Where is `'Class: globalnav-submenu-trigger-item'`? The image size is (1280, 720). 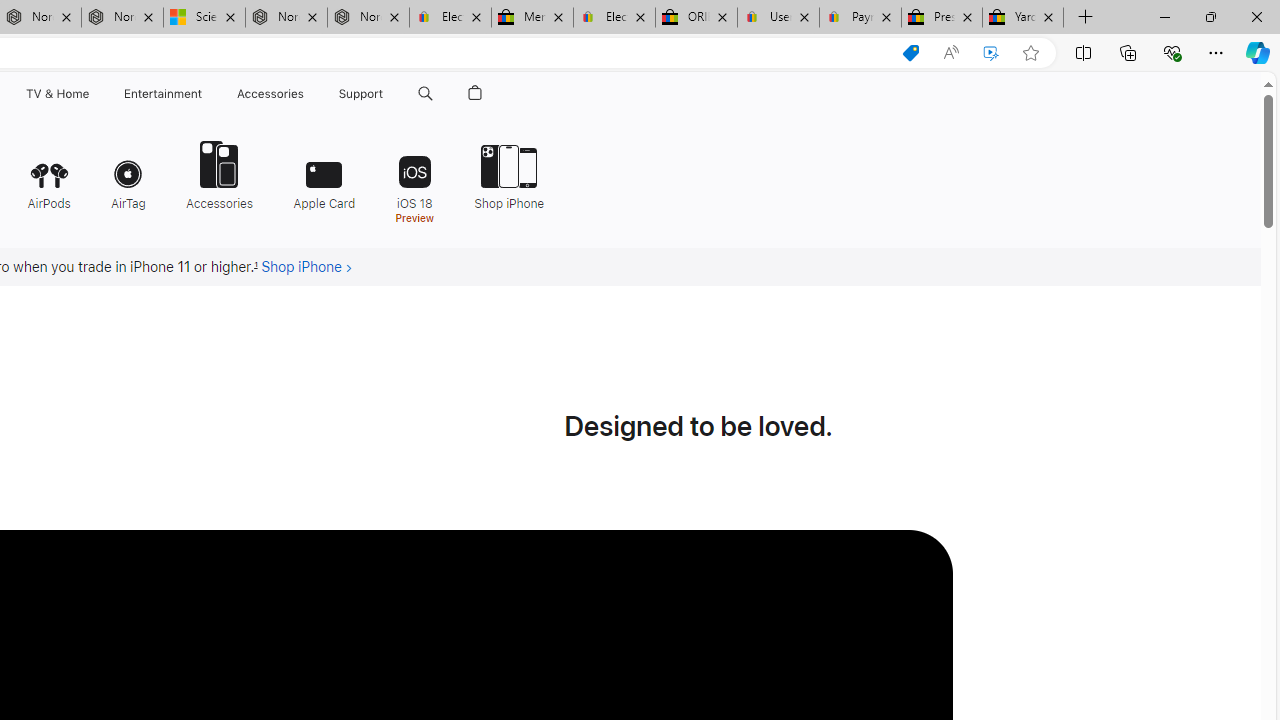
'Class: globalnav-submenu-trigger-item' is located at coordinates (387, 93).